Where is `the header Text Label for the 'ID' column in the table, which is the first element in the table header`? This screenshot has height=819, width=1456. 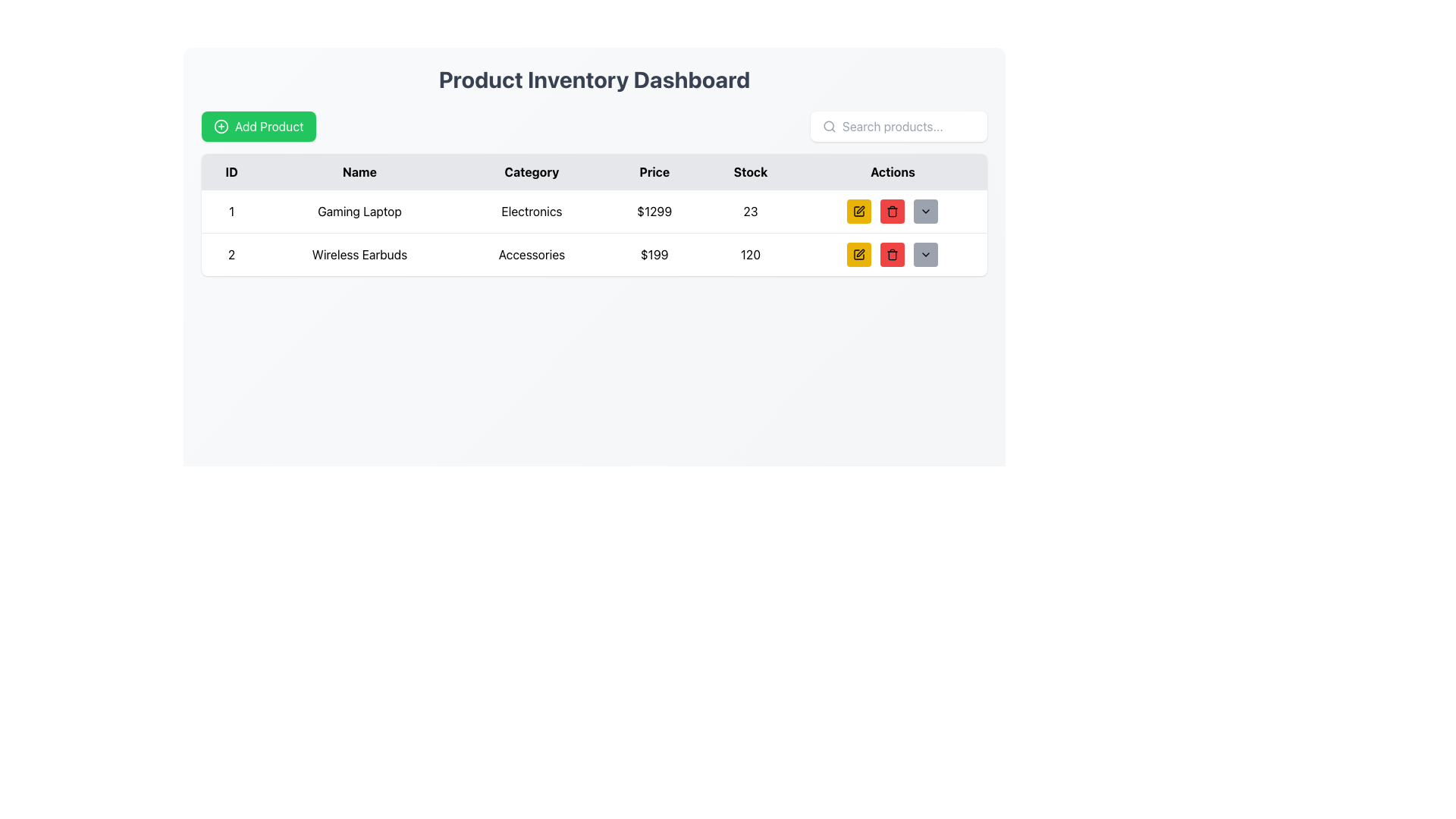 the header Text Label for the 'ID' column in the table, which is the first element in the table header is located at coordinates (231, 171).